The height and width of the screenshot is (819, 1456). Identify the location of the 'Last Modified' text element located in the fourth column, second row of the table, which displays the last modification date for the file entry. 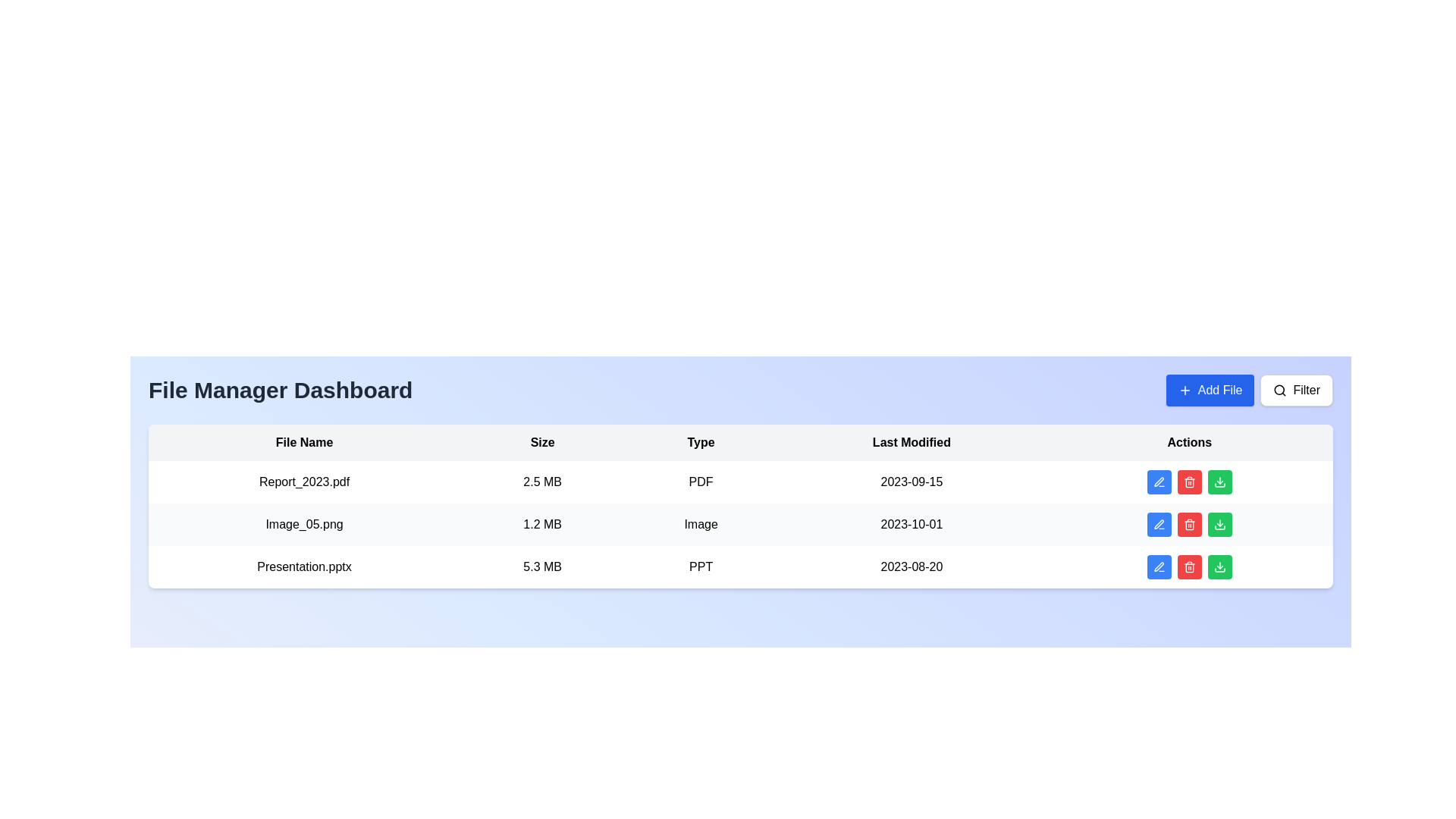
(911, 523).